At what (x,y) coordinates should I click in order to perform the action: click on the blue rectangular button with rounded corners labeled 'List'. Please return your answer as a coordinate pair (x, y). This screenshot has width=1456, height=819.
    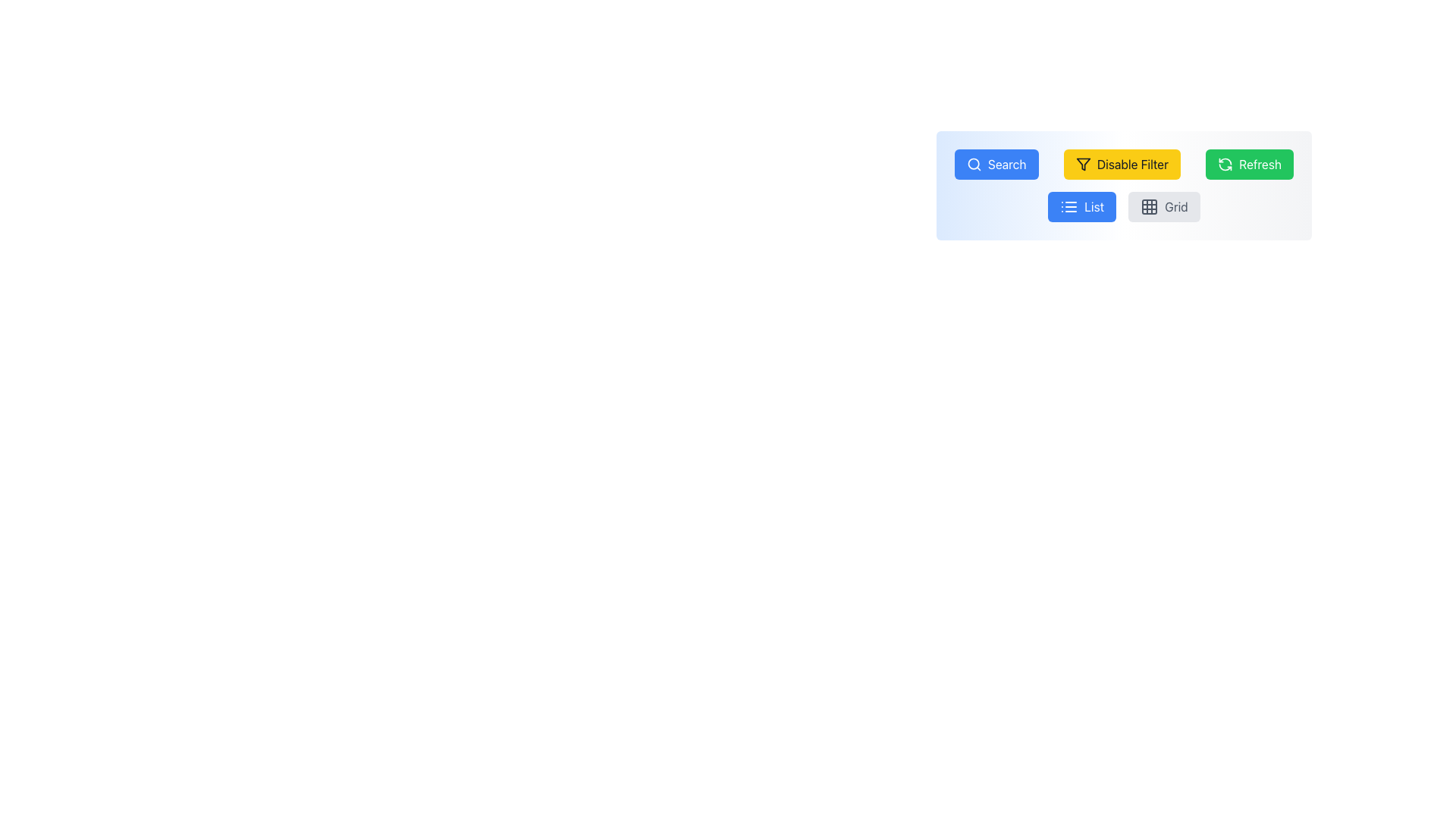
    Looking at the image, I should click on (1081, 207).